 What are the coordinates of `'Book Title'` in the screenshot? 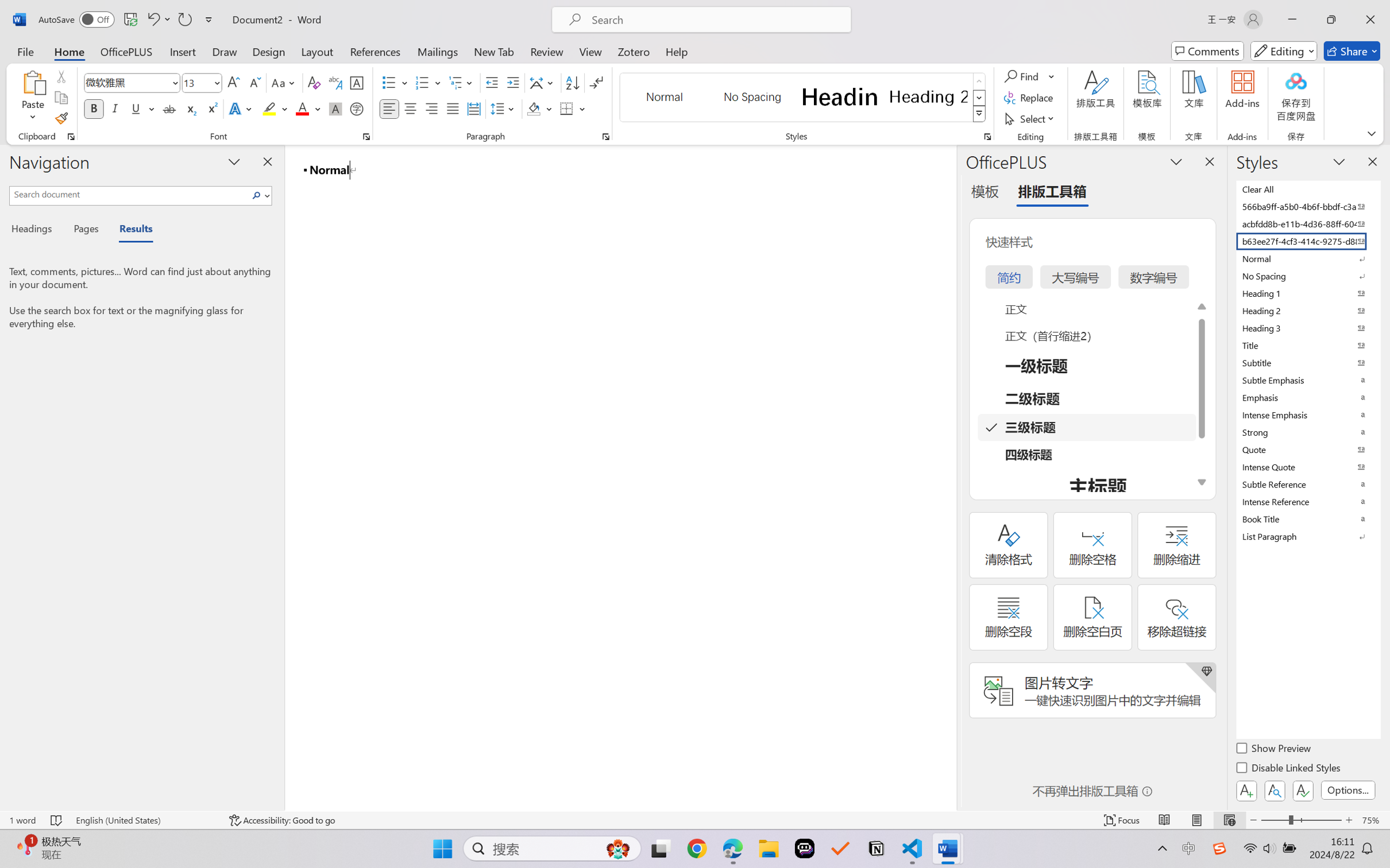 It's located at (1307, 518).